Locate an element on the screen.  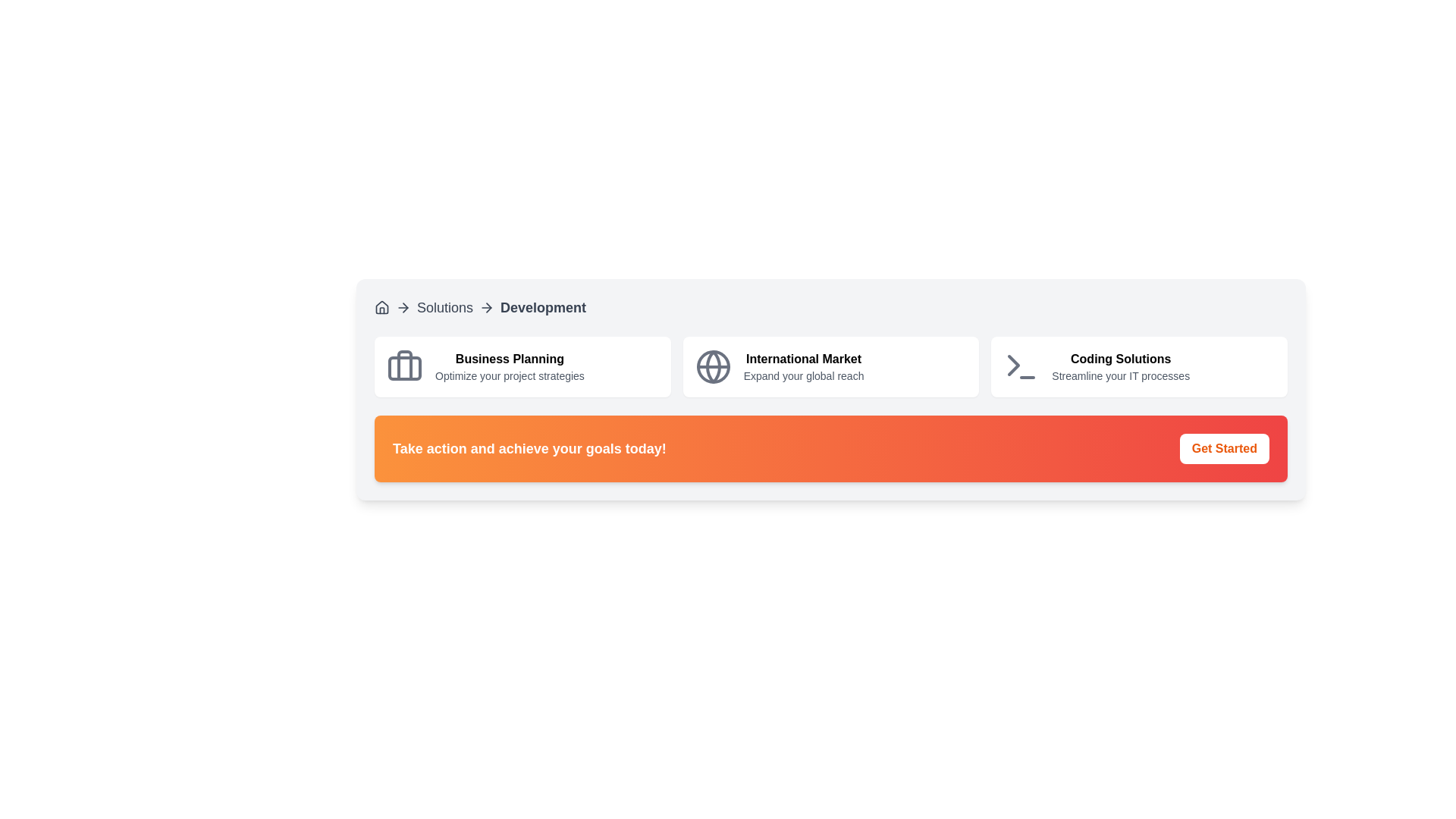
the card element labeled 'Coding Solutions' which contains a terminal icon and two lines of text. This card is the third in a row of three, visually similar sections, and is centrally aligned within its group is located at coordinates (1139, 366).